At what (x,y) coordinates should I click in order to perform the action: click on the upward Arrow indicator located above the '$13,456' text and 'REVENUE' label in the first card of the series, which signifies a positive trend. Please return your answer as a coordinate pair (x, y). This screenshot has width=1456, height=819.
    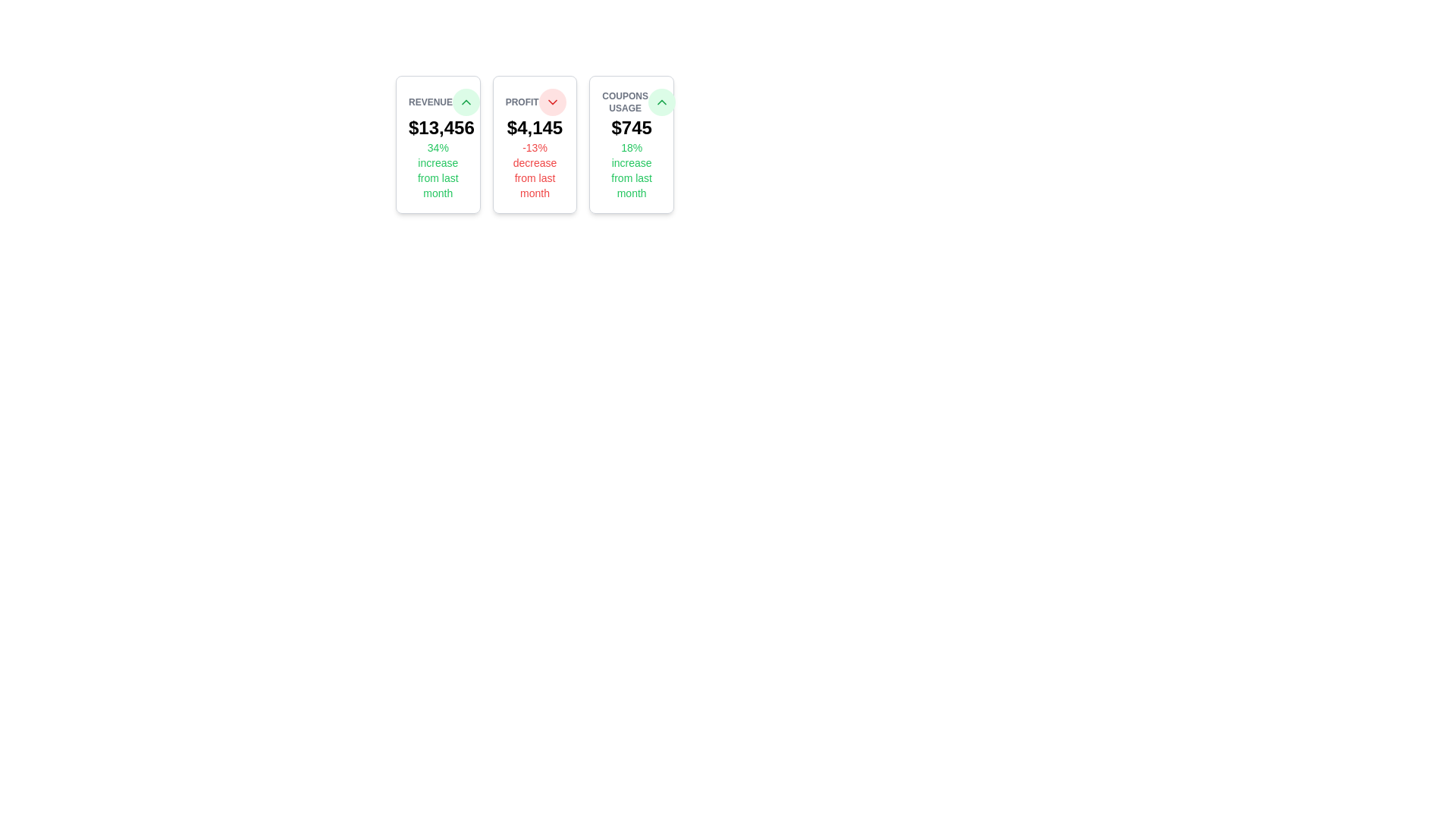
    Looking at the image, I should click on (662, 102).